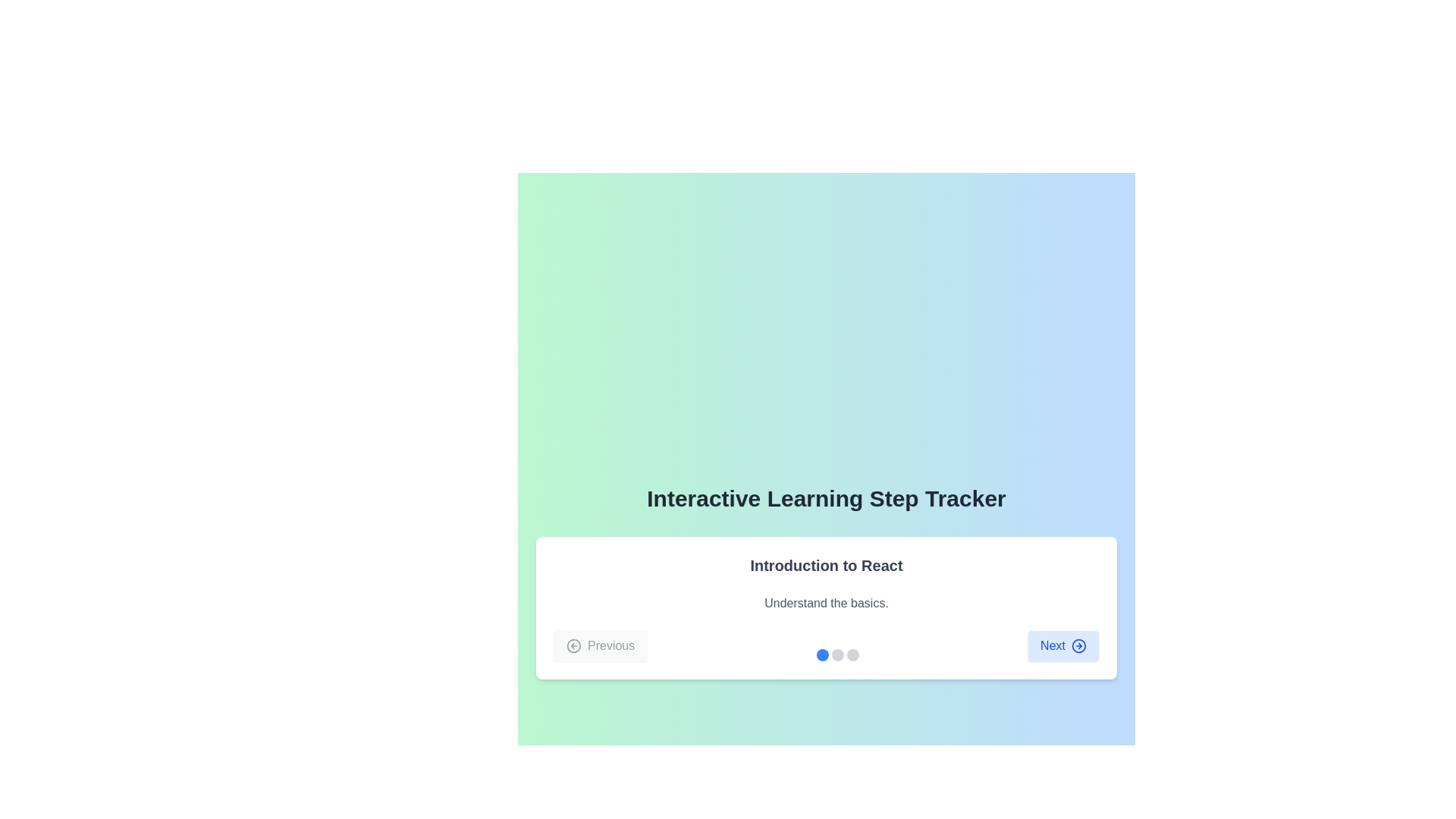 The height and width of the screenshot is (819, 1456). I want to click on the second circular progress indicator, which is gray and positioned at the center-bottom area of a card-like structure, indicating navigation or progression, so click(836, 654).